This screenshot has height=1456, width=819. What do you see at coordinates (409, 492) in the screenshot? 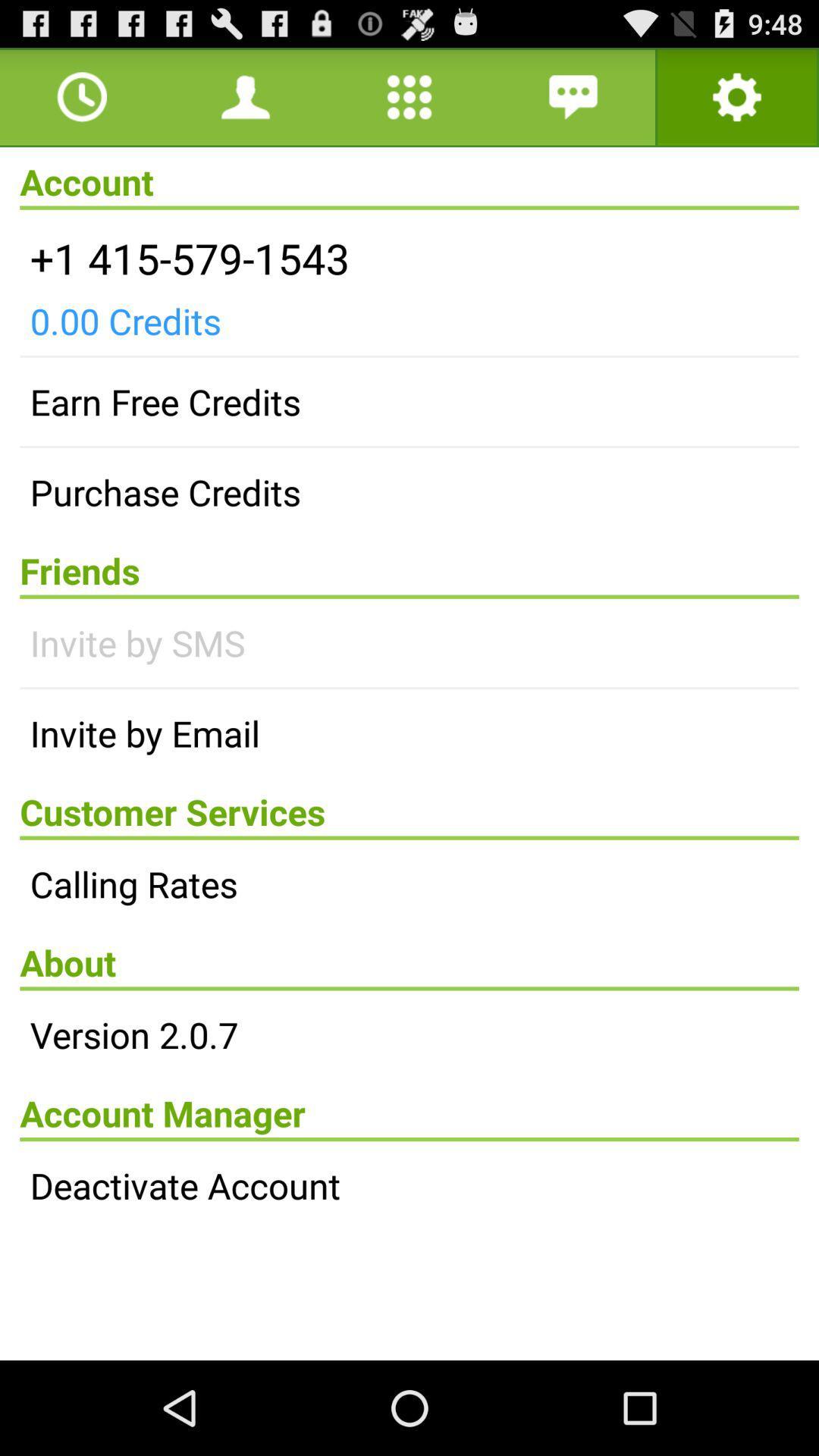
I see `the purchase credits icon` at bounding box center [409, 492].